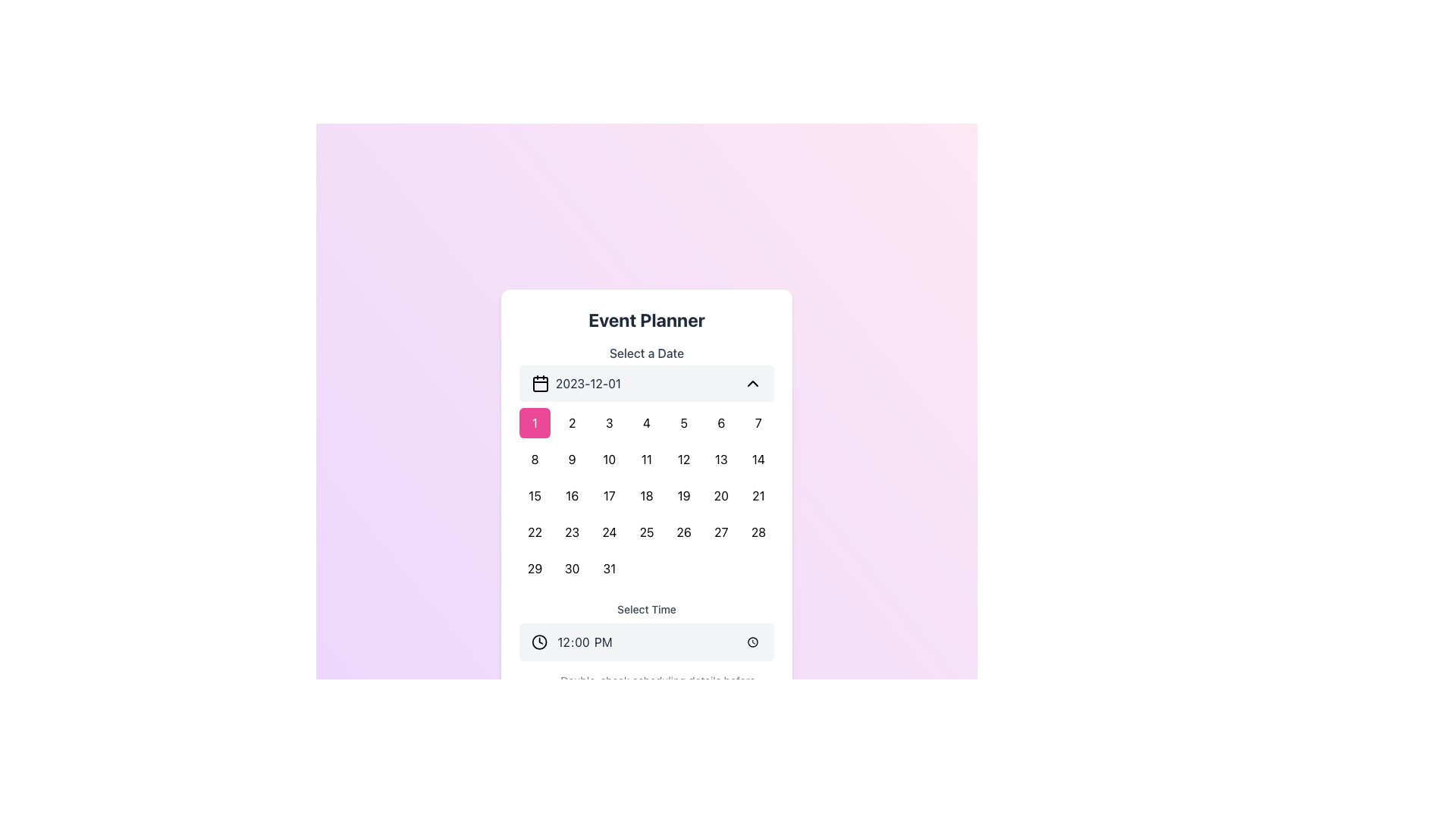  What do you see at coordinates (647, 496) in the screenshot?
I see `the '18' button on the calendar` at bounding box center [647, 496].